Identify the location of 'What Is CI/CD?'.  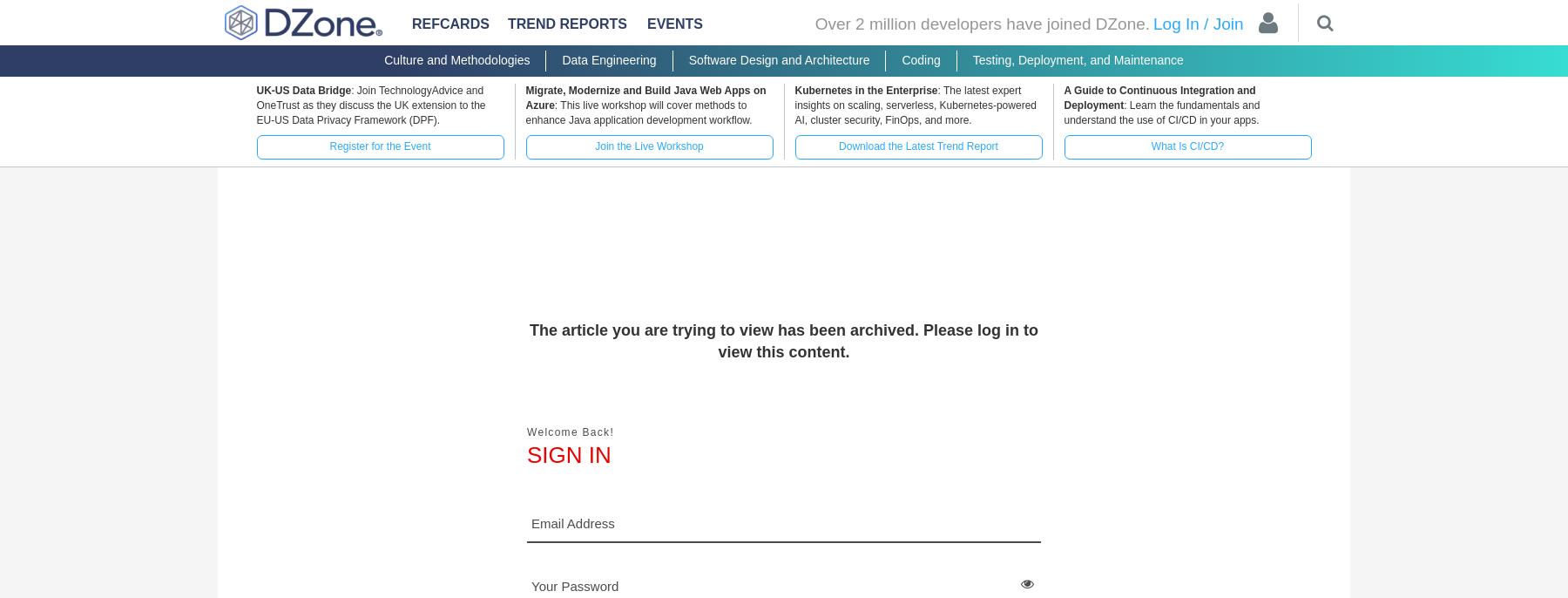
(1186, 146).